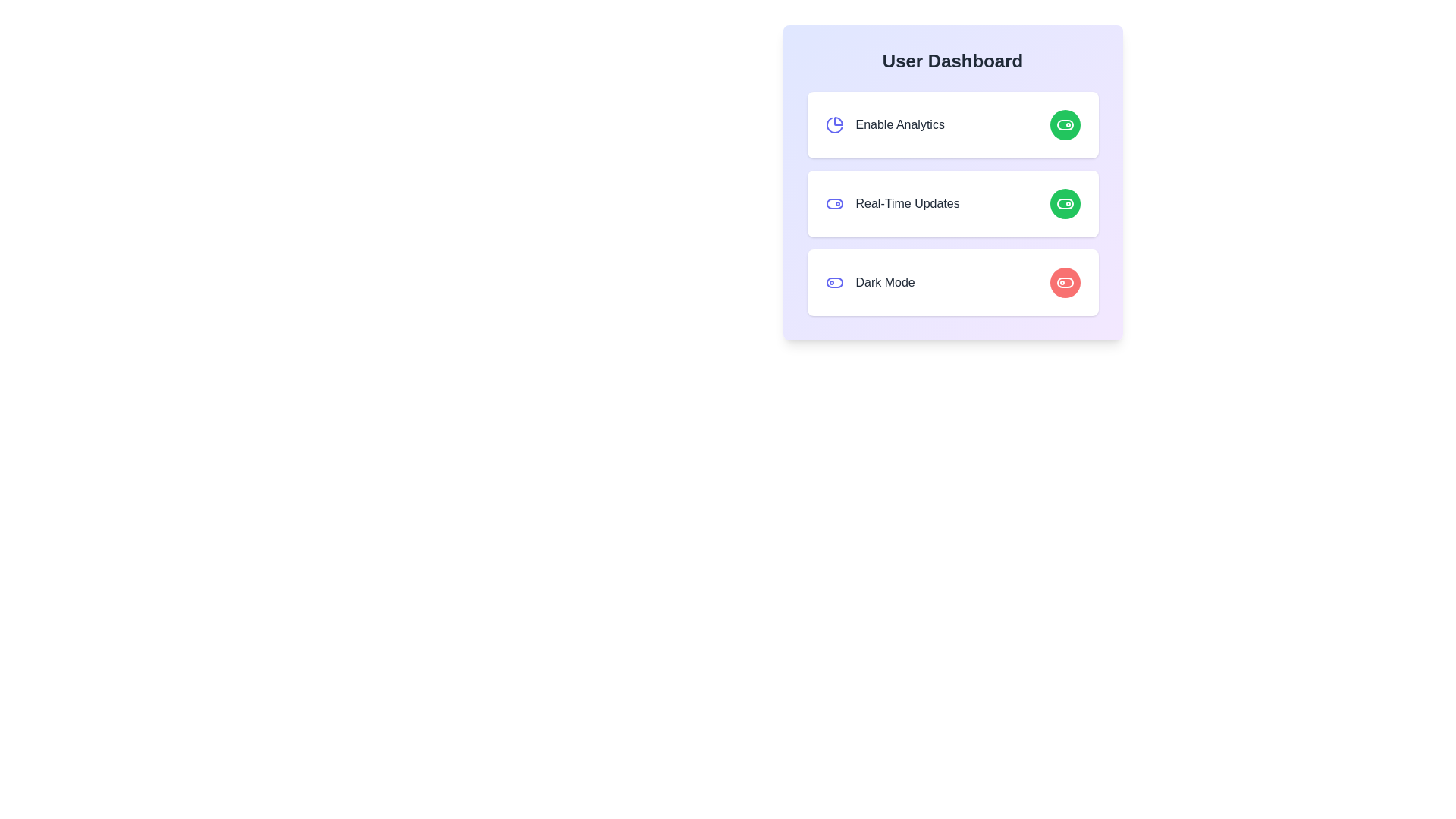  What do you see at coordinates (1064, 203) in the screenshot?
I see `the decorative green rectangle background of the second toggle switch for 'Real-Time Updates' in the User Dashboard interface` at bounding box center [1064, 203].